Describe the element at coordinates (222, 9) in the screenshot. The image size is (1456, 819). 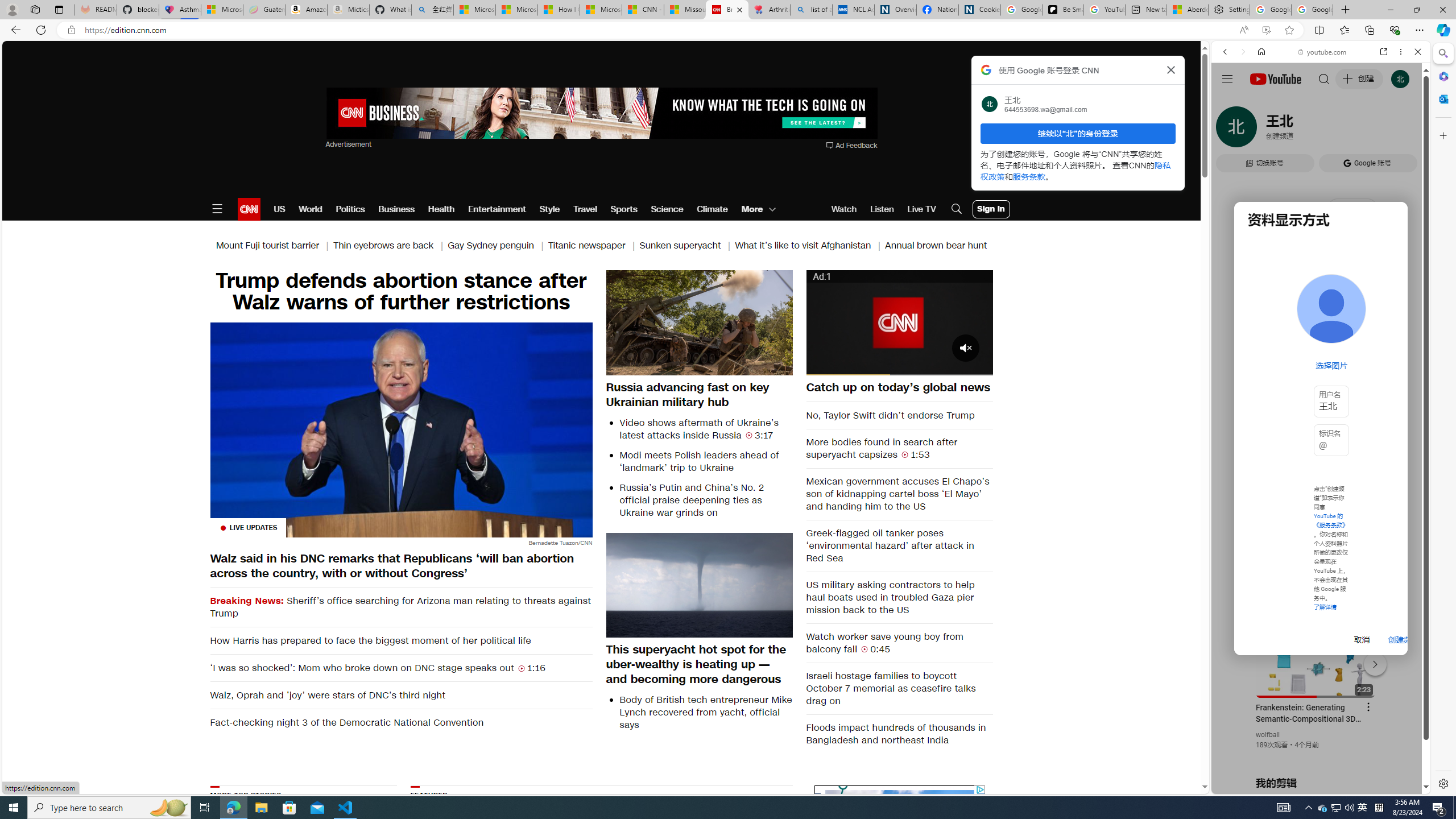
I see `'Microsoft-Report a Concern to Bing'` at that location.